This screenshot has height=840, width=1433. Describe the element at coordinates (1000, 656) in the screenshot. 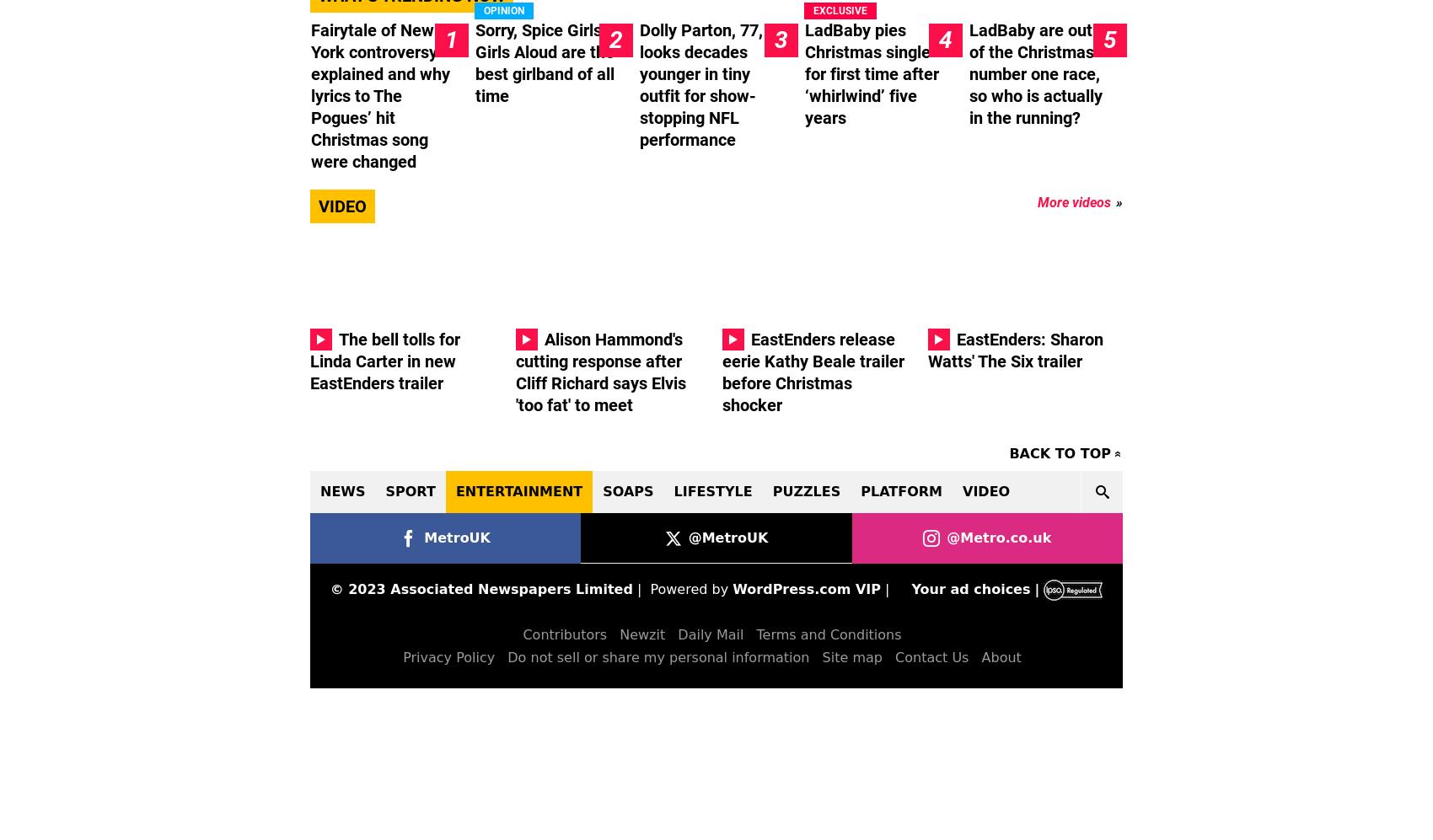

I see `'About'` at that location.